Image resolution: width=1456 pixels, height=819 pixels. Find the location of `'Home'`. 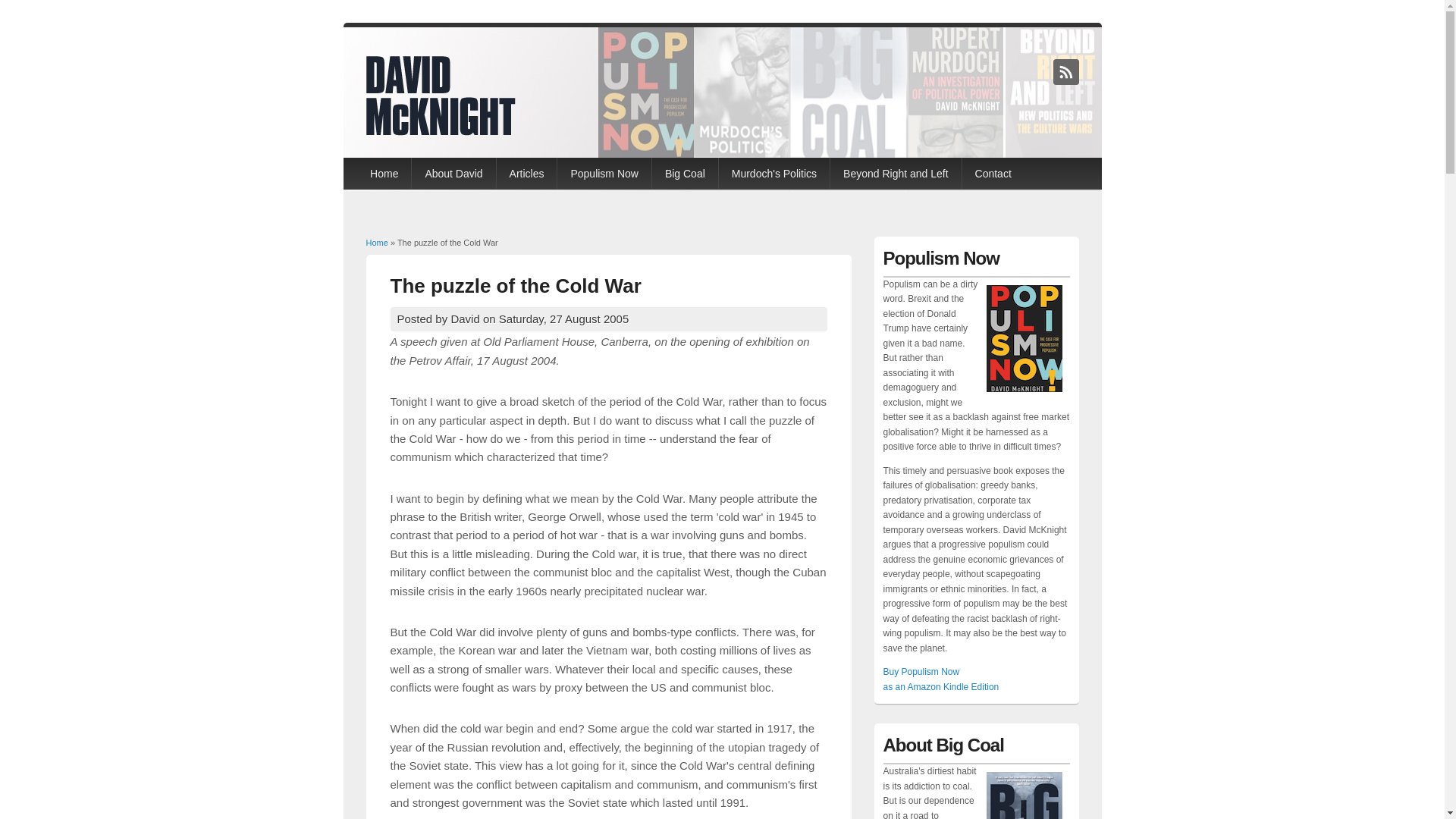

'Home' is located at coordinates (384, 172).